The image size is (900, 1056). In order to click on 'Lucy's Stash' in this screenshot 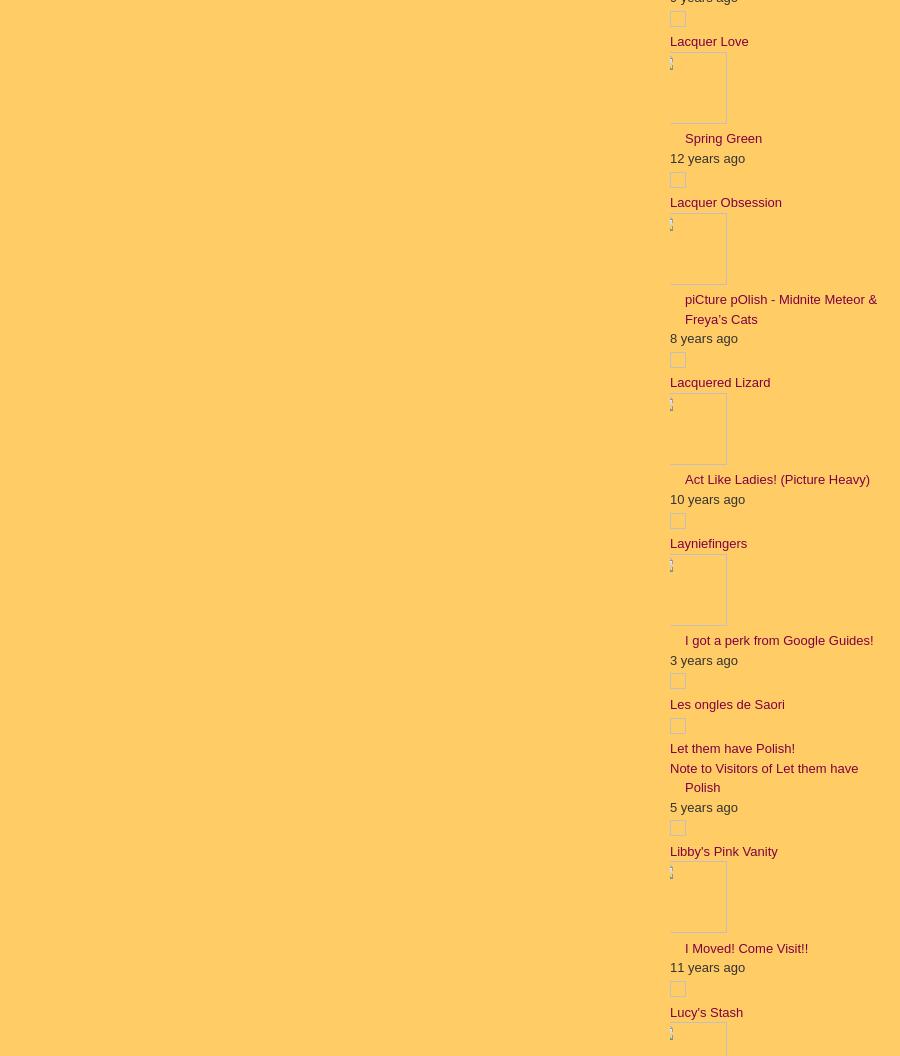, I will do `click(705, 1010)`.